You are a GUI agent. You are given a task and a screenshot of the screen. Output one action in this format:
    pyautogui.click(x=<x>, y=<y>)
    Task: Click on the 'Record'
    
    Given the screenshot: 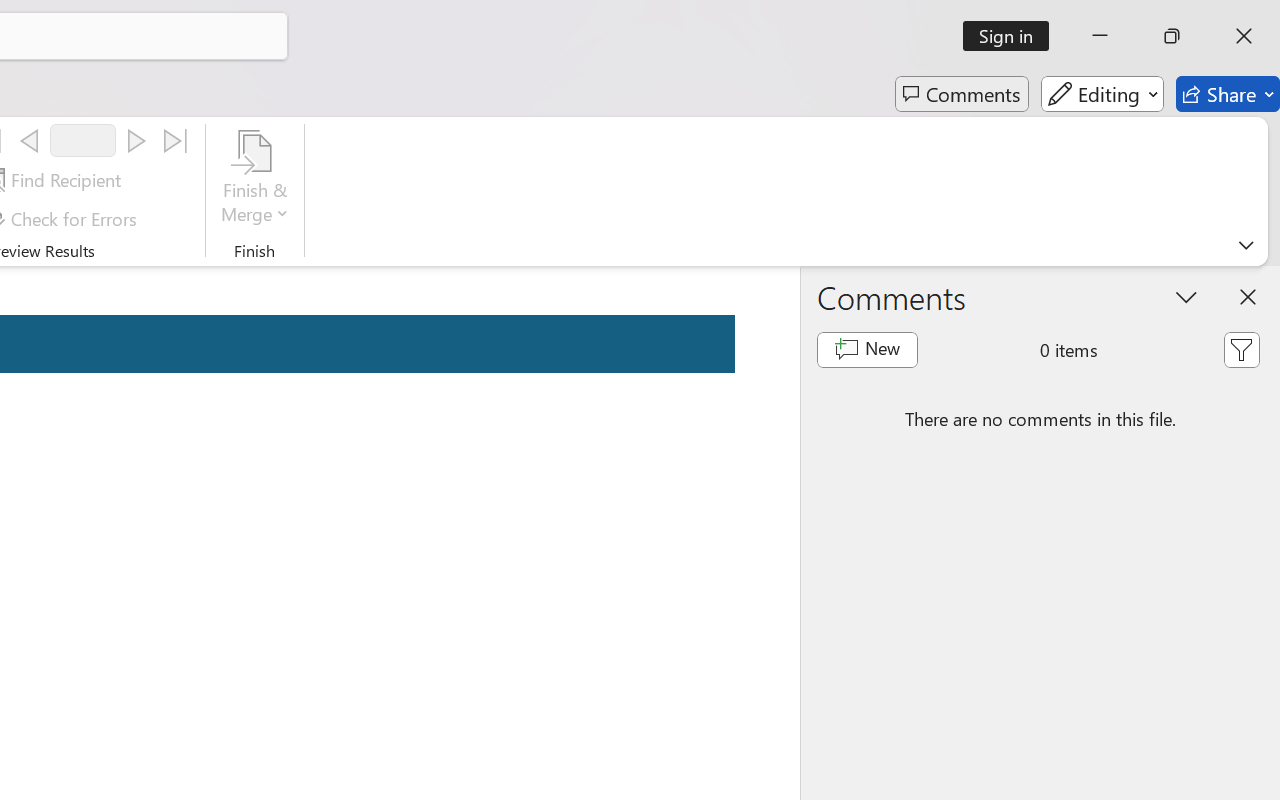 What is the action you would take?
    pyautogui.click(x=82, y=140)
    